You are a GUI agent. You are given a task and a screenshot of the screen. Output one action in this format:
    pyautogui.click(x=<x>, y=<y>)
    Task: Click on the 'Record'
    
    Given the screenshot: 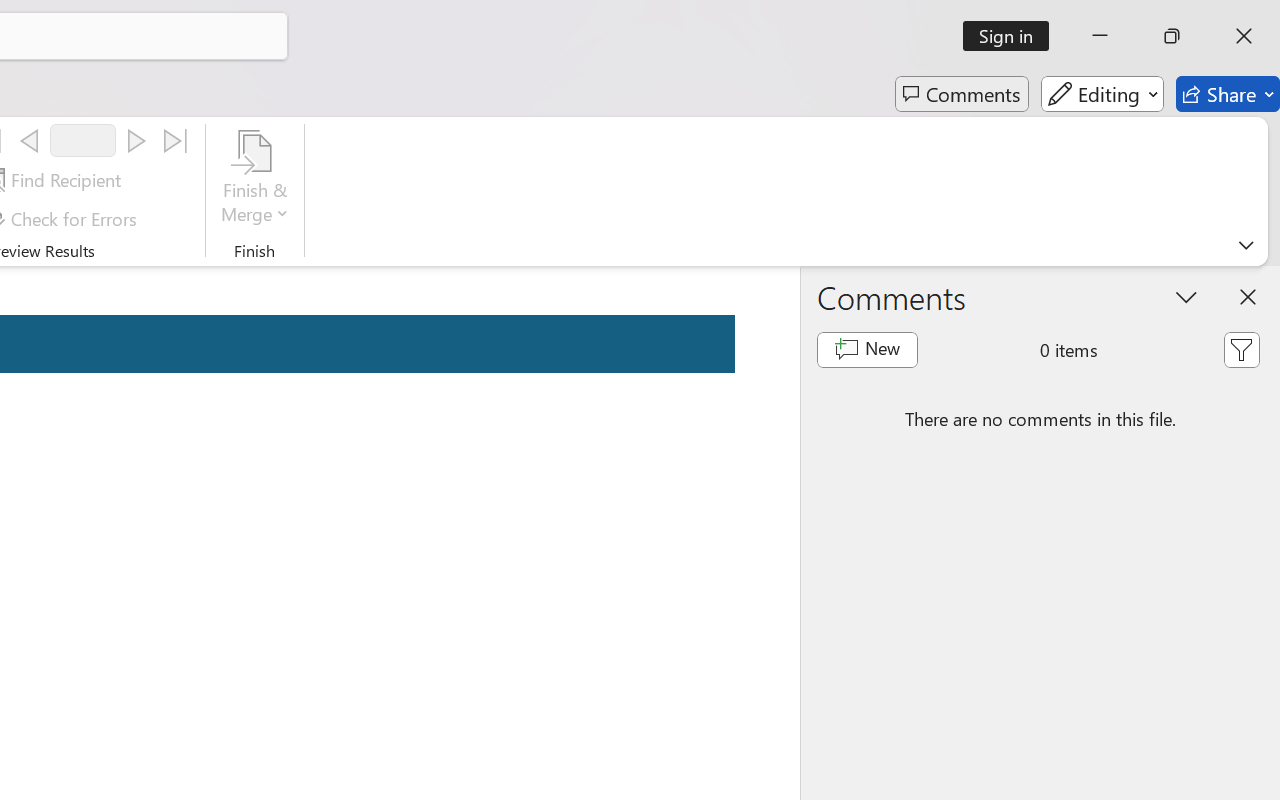 What is the action you would take?
    pyautogui.click(x=82, y=140)
    